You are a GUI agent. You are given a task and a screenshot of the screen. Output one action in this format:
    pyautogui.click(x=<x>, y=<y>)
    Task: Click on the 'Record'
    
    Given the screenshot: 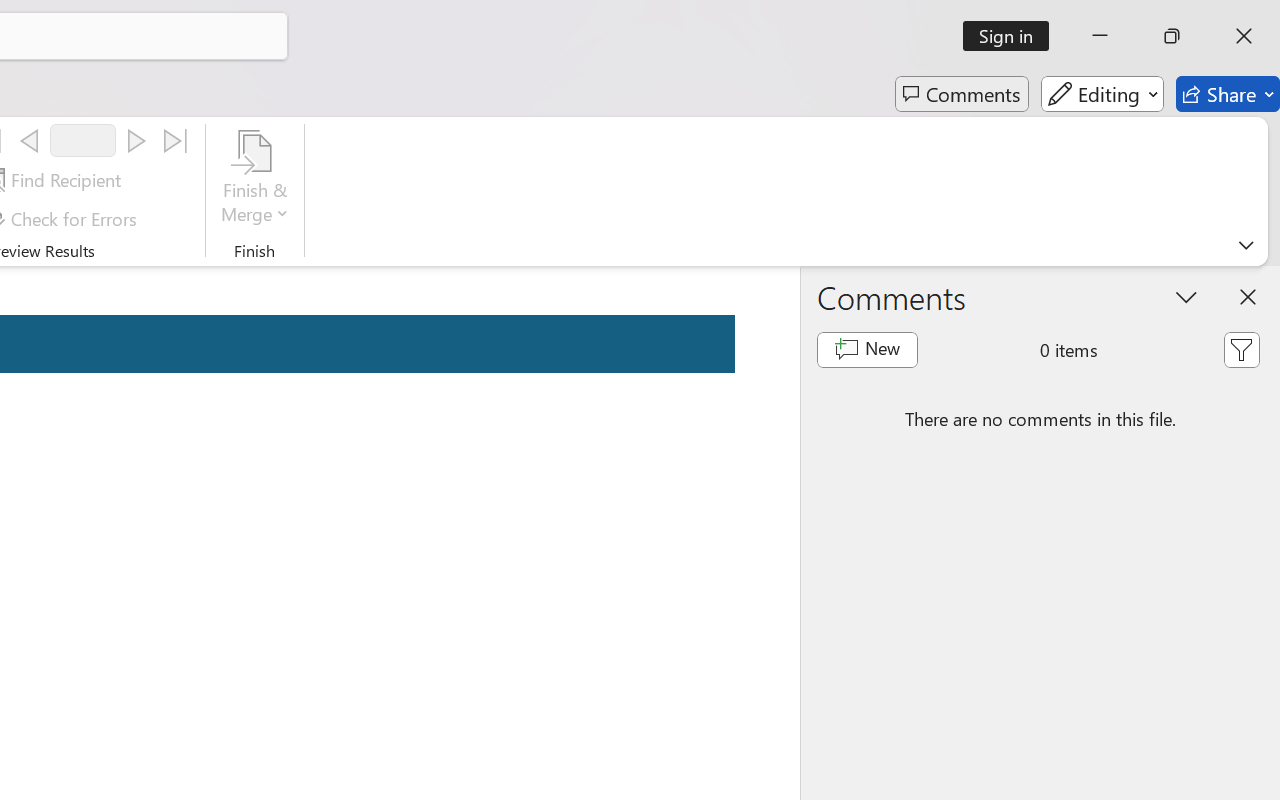 What is the action you would take?
    pyautogui.click(x=82, y=140)
    